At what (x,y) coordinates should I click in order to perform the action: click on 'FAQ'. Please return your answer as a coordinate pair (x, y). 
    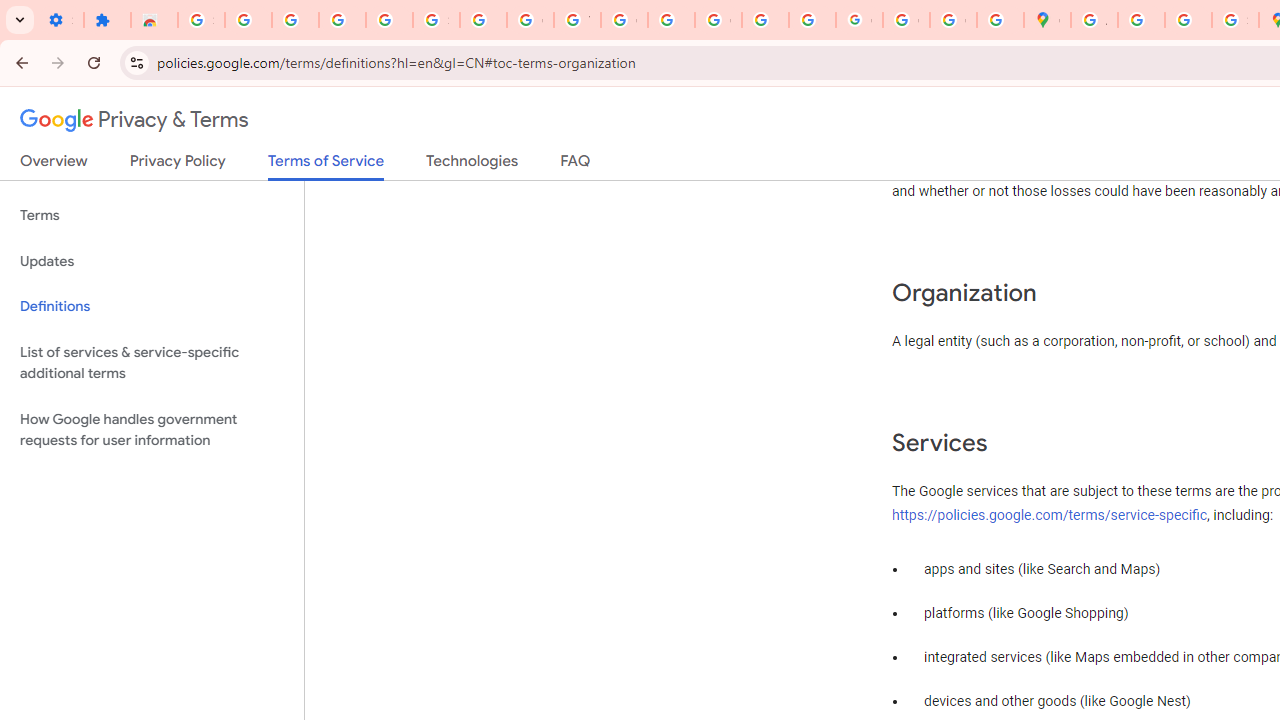
    Looking at the image, I should click on (575, 164).